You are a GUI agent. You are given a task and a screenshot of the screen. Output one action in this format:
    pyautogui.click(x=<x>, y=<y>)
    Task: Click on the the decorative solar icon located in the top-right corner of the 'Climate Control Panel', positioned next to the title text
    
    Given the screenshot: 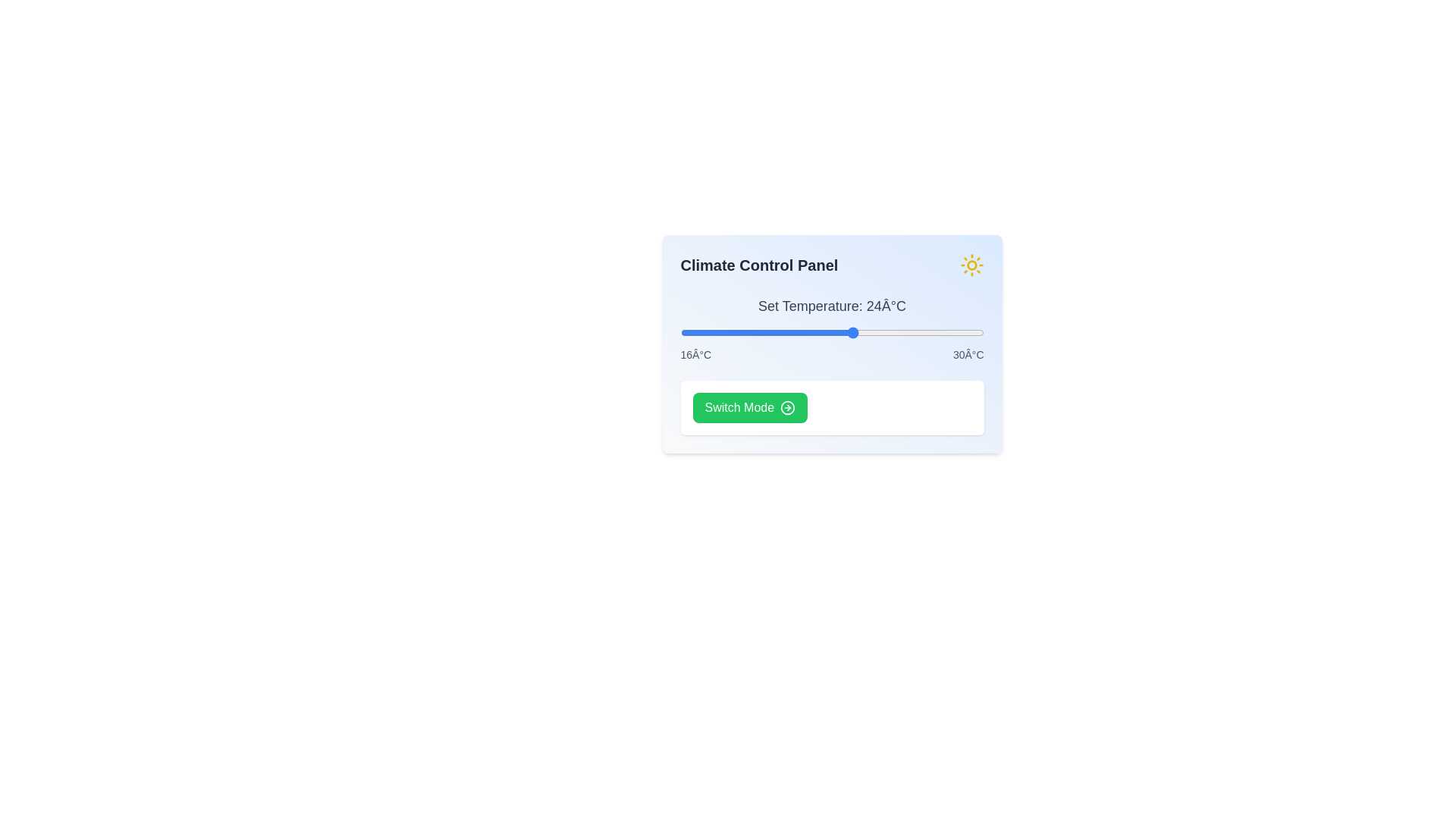 What is the action you would take?
    pyautogui.click(x=971, y=265)
    